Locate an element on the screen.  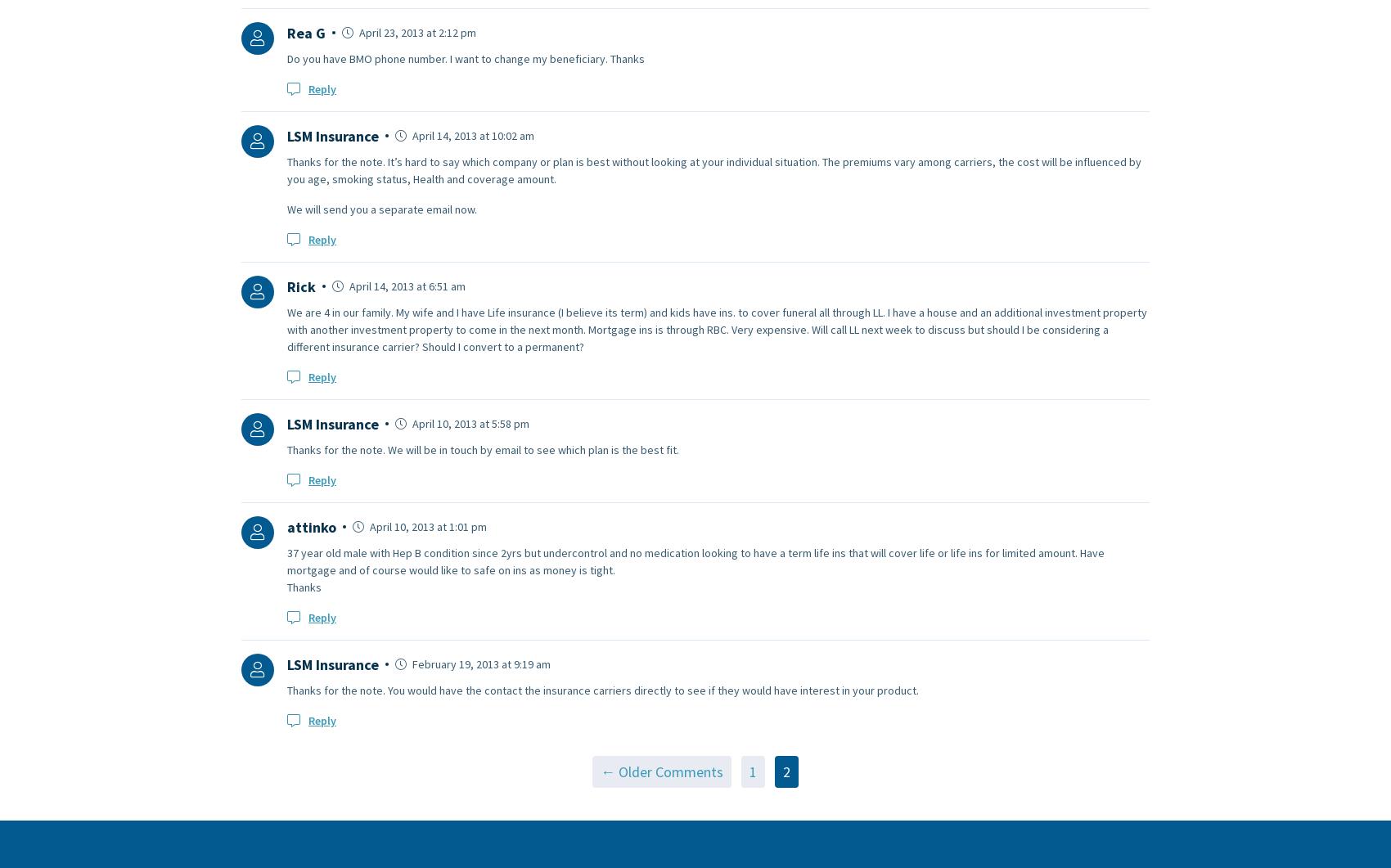
'37 year old male with Hep B condition since 2yrs but undercontrol and no medication looking to have a term life ins that will cover life or life ins for limited amount. Have mortgage and of course would like to safe on ins as money is tight.' is located at coordinates (695, 560).